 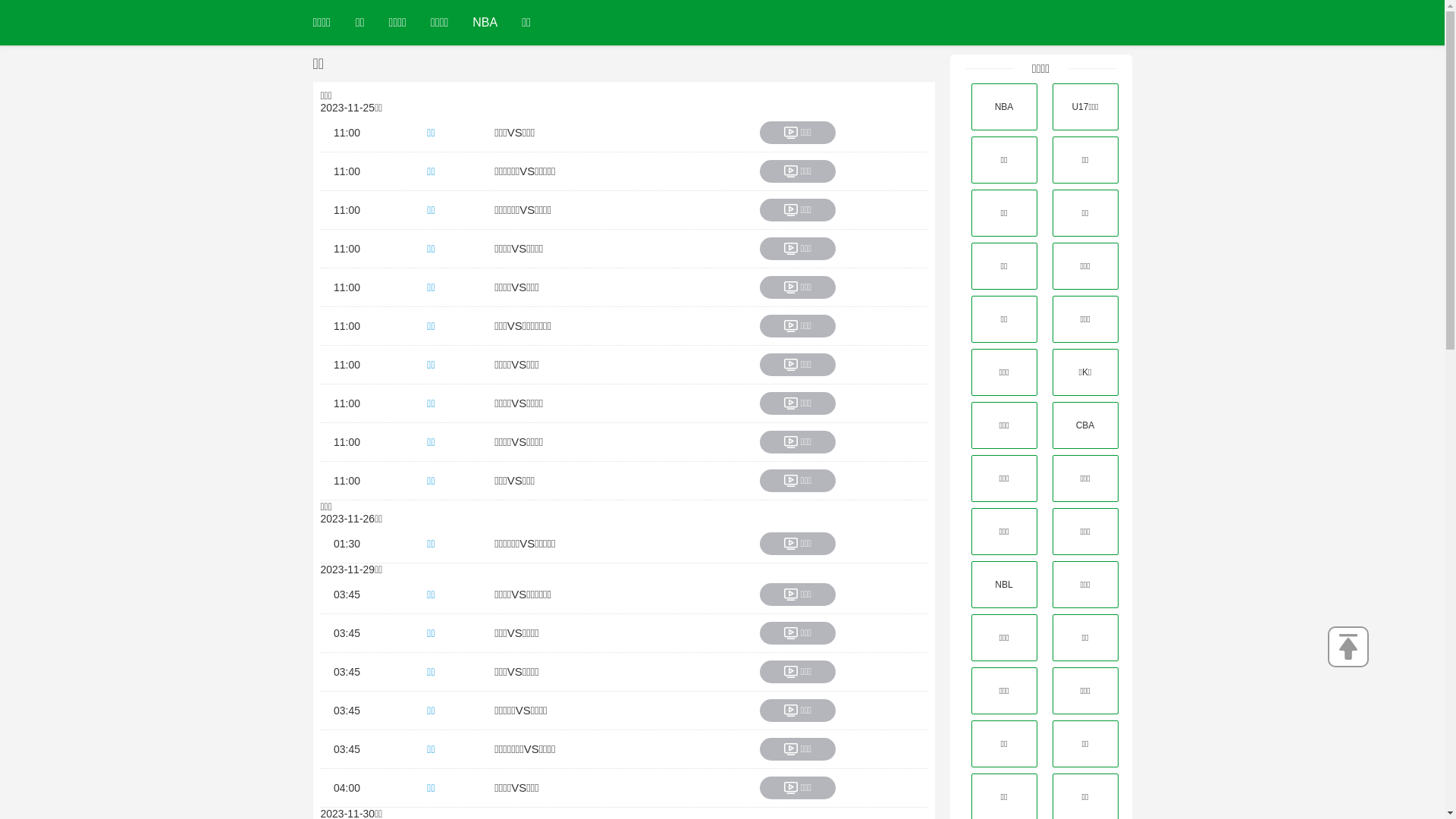 What do you see at coordinates (346, 480) in the screenshot?
I see `'11:00'` at bounding box center [346, 480].